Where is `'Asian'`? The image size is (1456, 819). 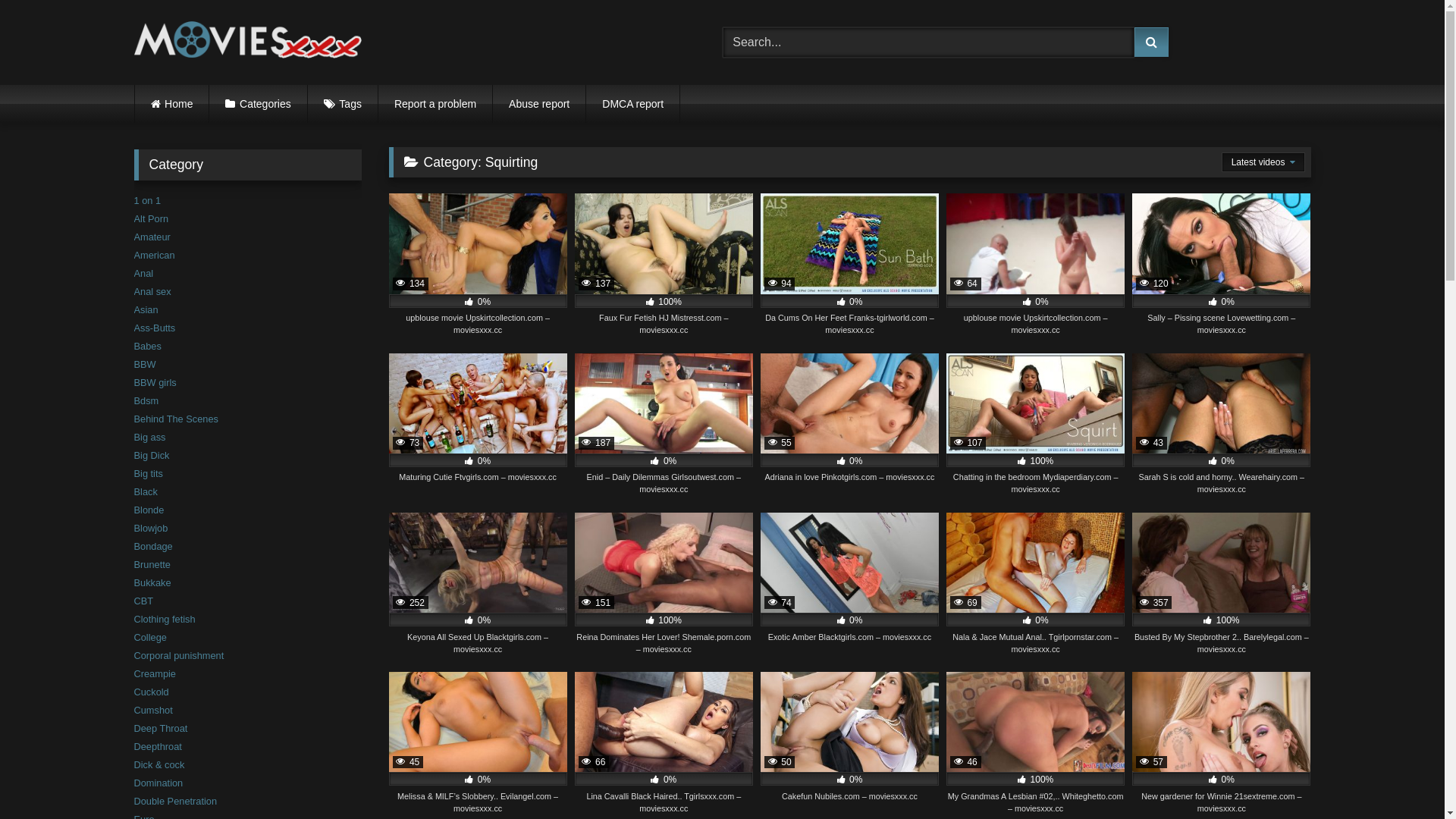 'Asian' is located at coordinates (146, 309).